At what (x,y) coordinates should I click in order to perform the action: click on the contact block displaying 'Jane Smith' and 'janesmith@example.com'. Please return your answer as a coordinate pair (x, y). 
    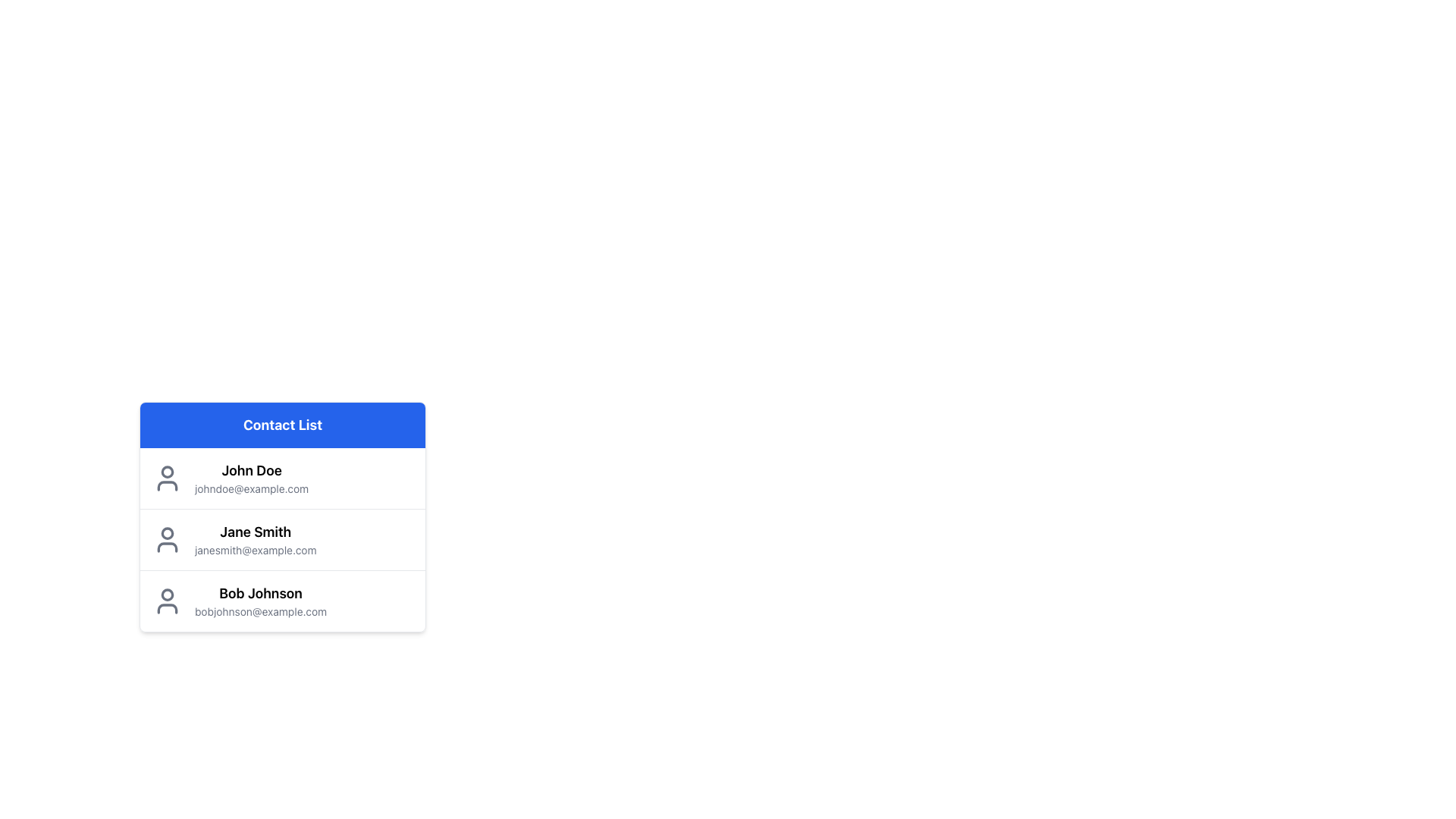
    Looking at the image, I should click on (256, 539).